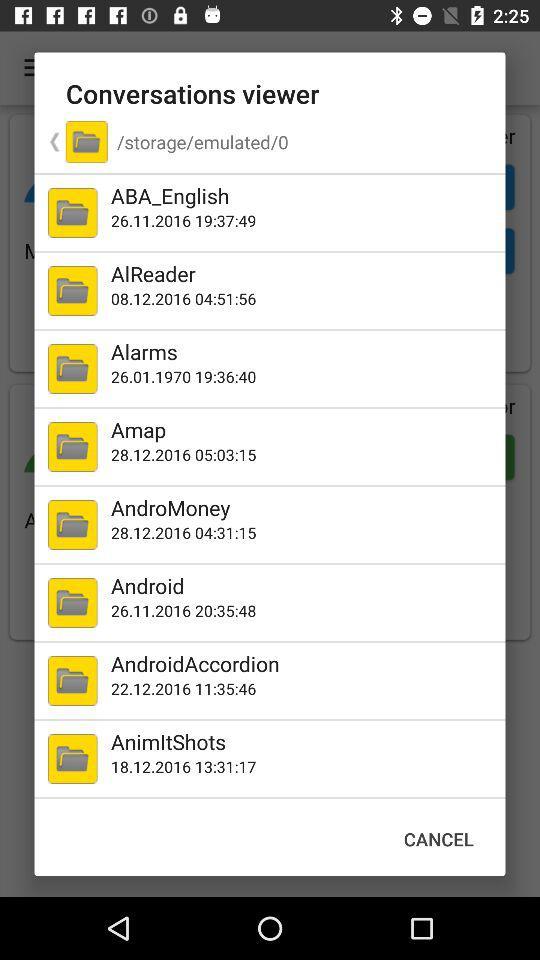  What do you see at coordinates (303, 740) in the screenshot?
I see `icon above 18 12 2016` at bounding box center [303, 740].